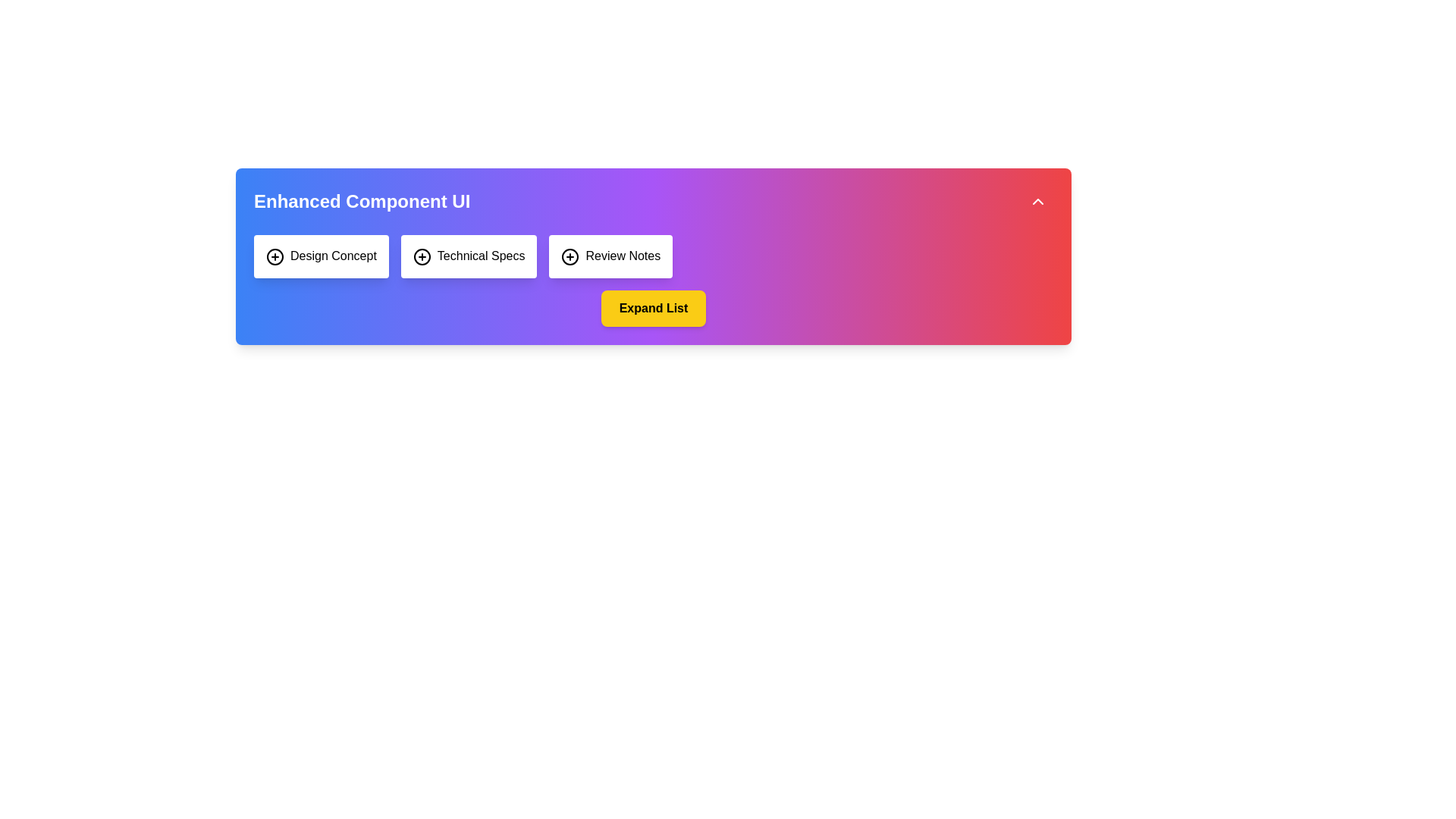 Image resolution: width=1456 pixels, height=819 pixels. Describe the element at coordinates (275, 256) in the screenshot. I see `the addition icon related to the 'Design Concept'` at that location.